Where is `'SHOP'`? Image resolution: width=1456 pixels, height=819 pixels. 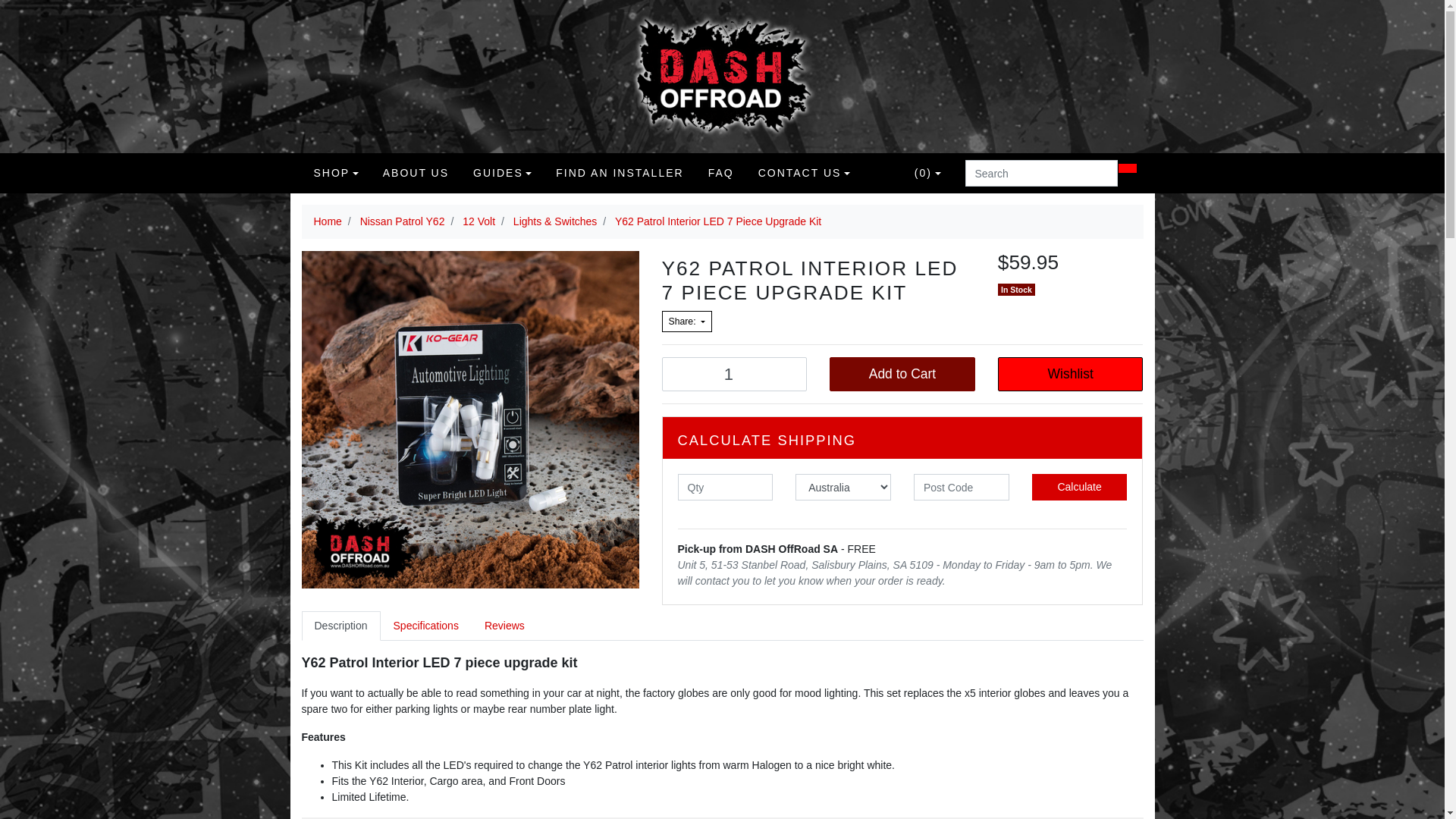 'SHOP' is located at coordinates (335, 172).